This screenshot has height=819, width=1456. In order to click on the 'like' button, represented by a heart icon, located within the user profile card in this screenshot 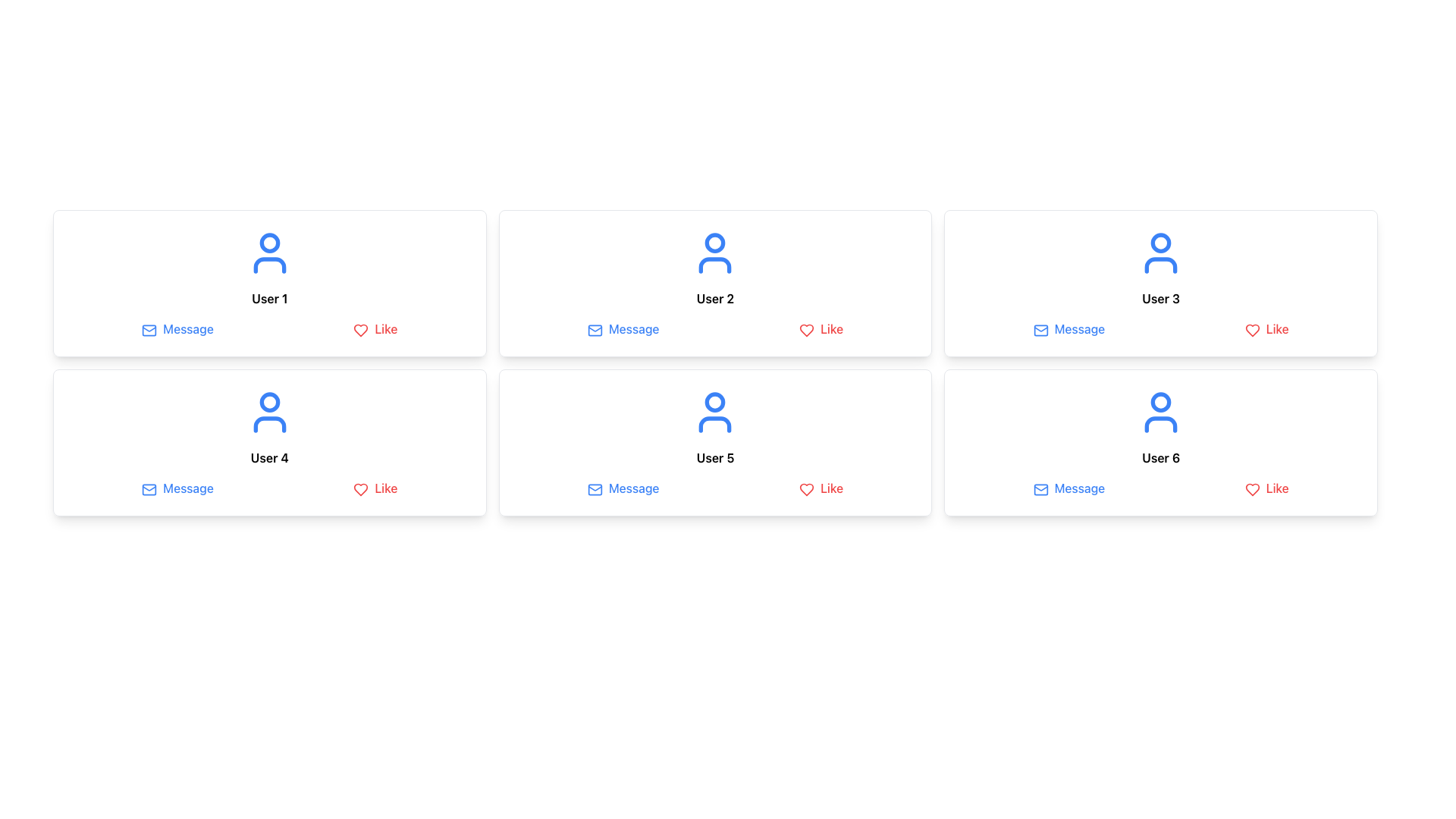, I will do `click(360, 329)`.